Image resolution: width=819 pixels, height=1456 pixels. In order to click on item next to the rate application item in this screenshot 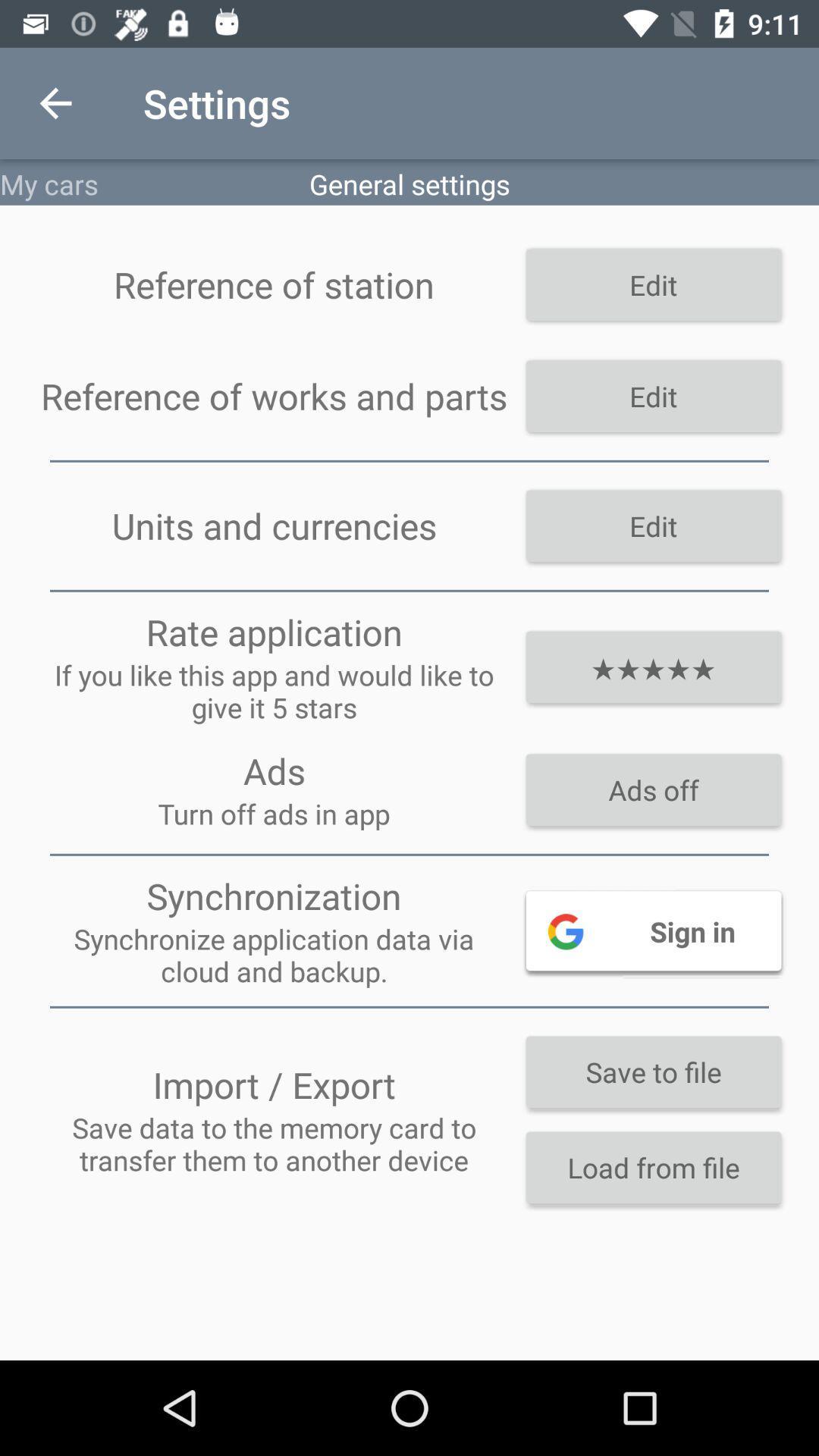, I will do `click(652, 667)`.